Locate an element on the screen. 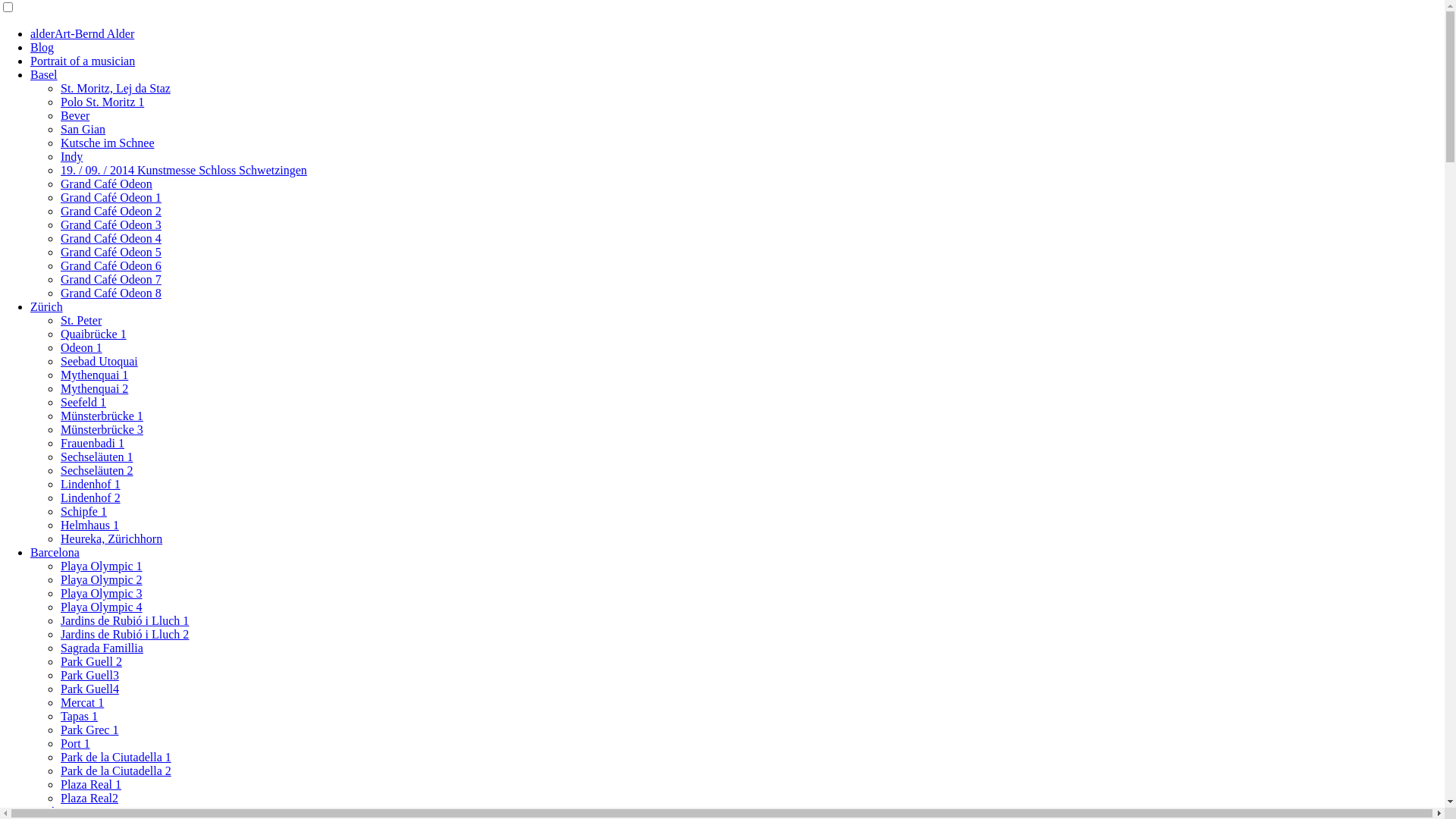  'Indy' is located at coordinates (61, 156).